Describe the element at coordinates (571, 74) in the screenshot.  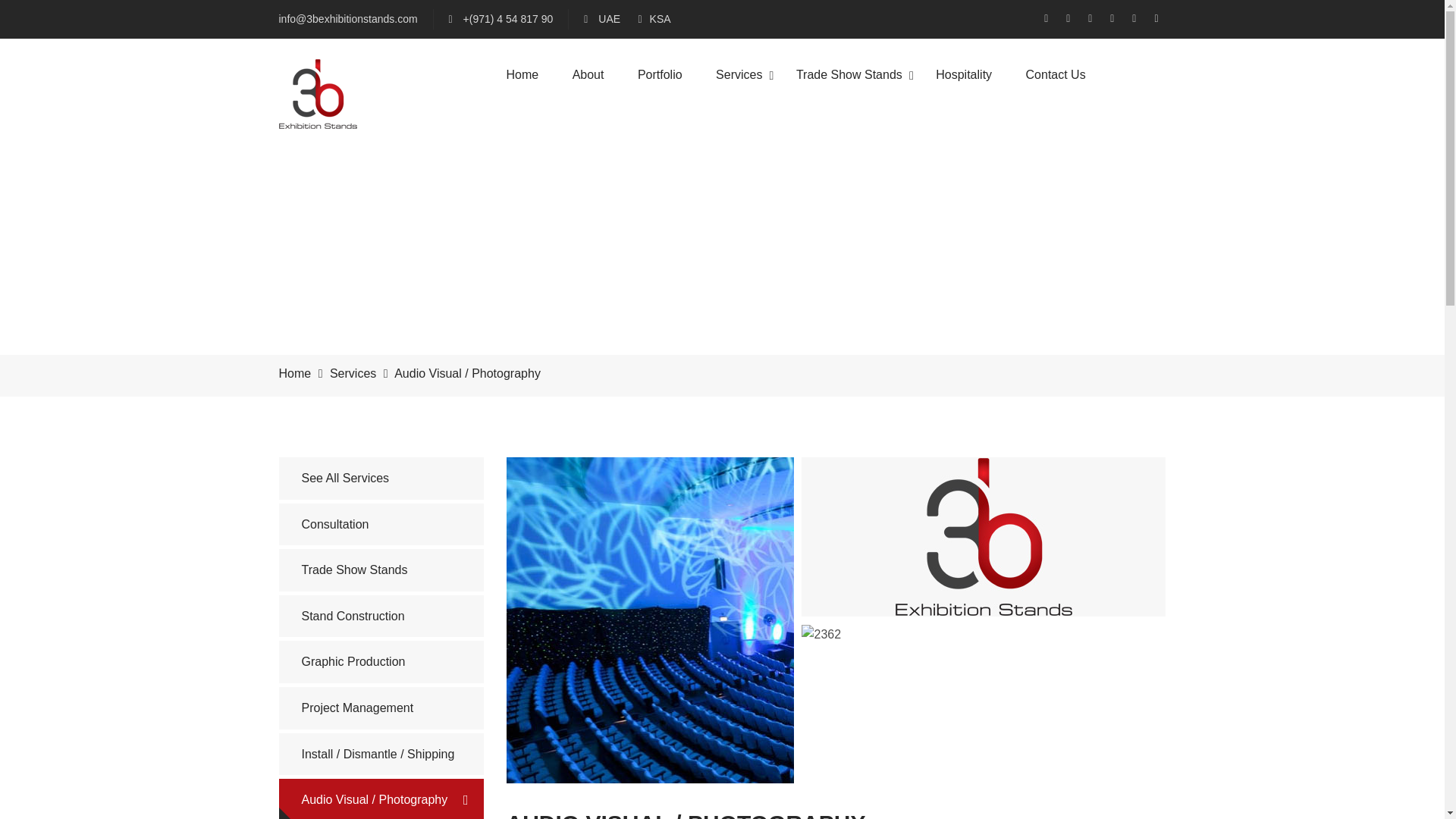
I see `'About'` at that location.